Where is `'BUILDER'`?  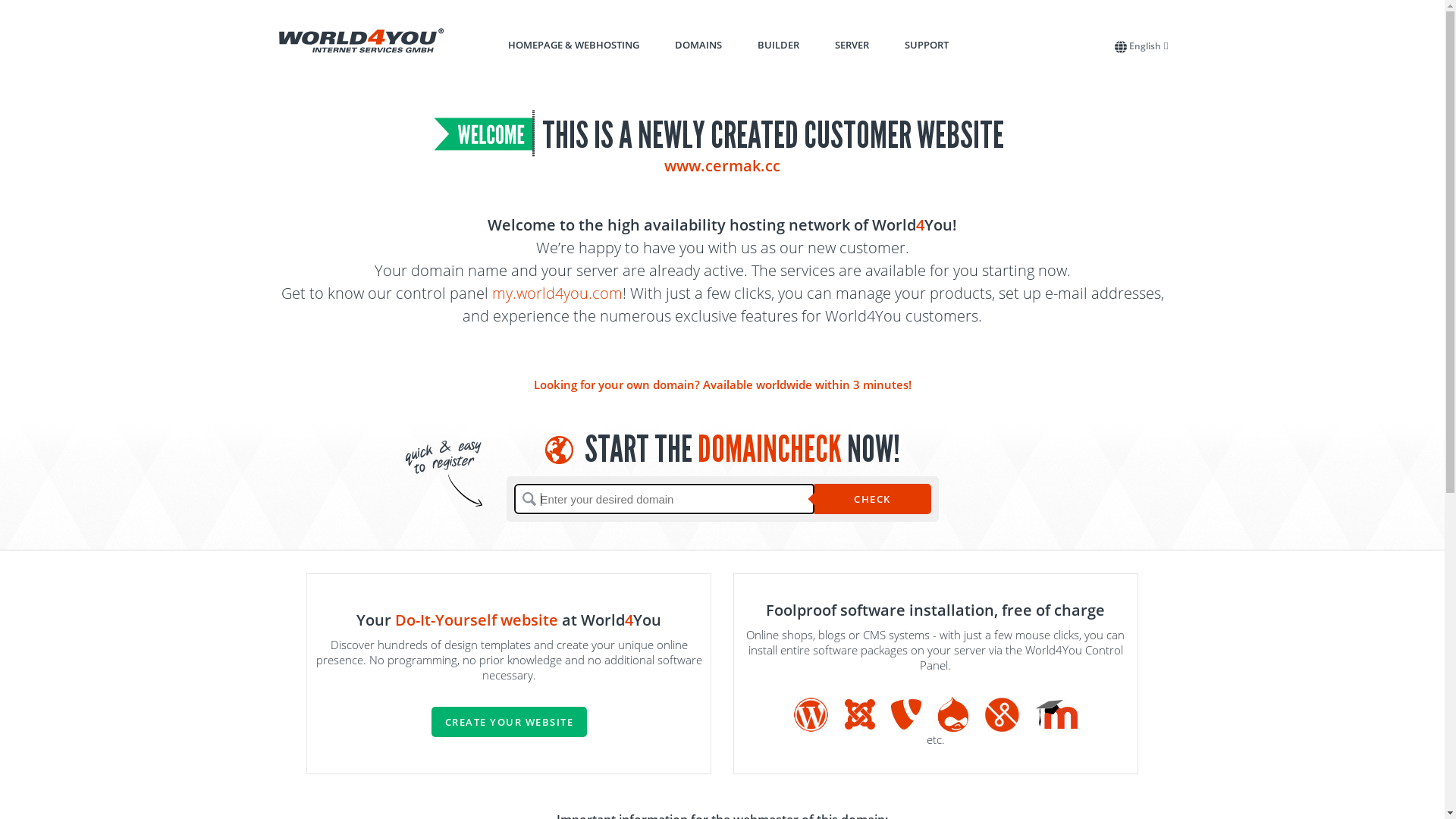 'BUILDER' is located at coordinates (777, 43).